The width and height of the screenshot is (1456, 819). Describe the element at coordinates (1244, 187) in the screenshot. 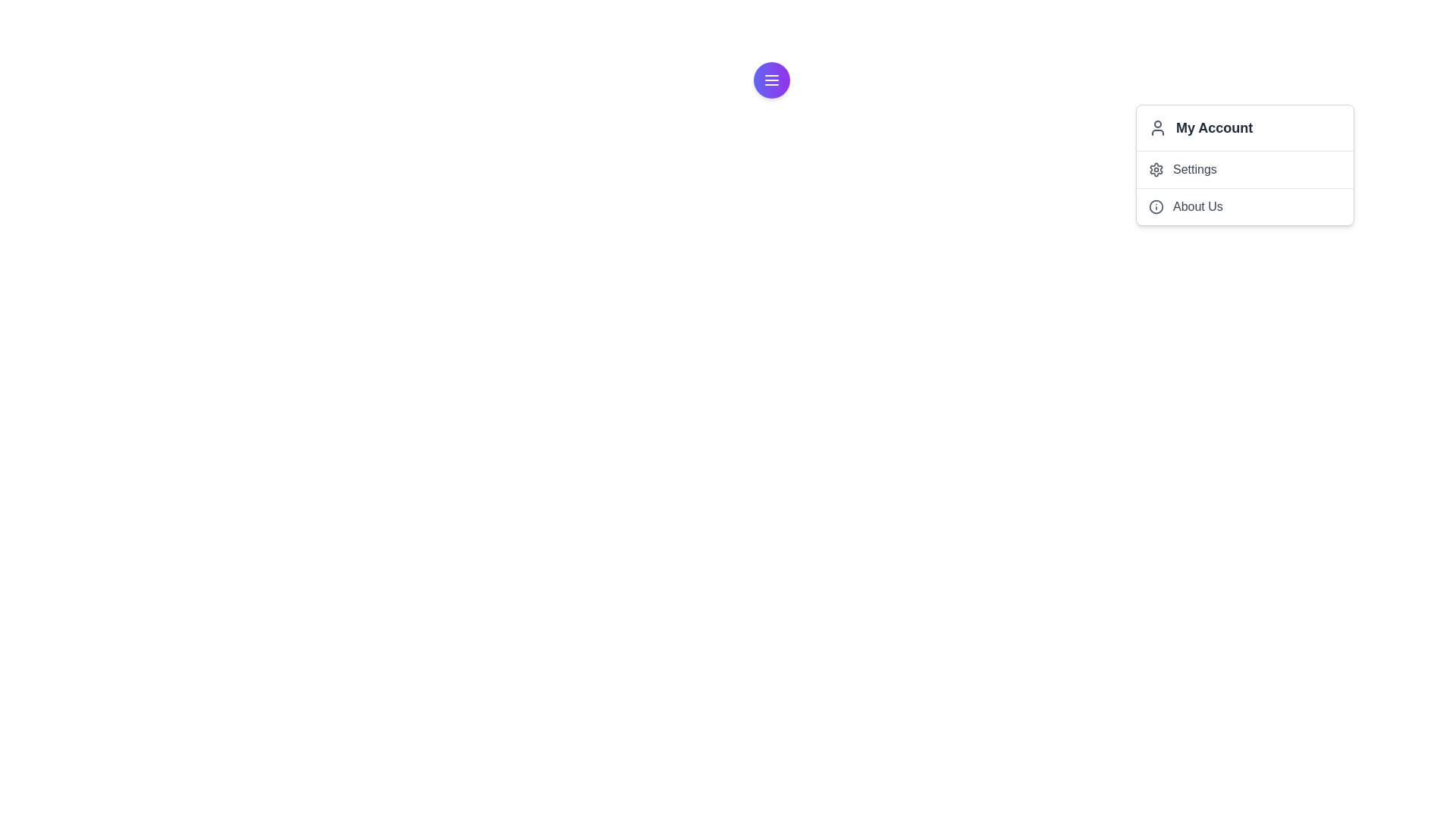

I see `the 'Settings' page by clicking on the 'Settings' entry in the dropdown menu labeled 'My Account'` at that location.